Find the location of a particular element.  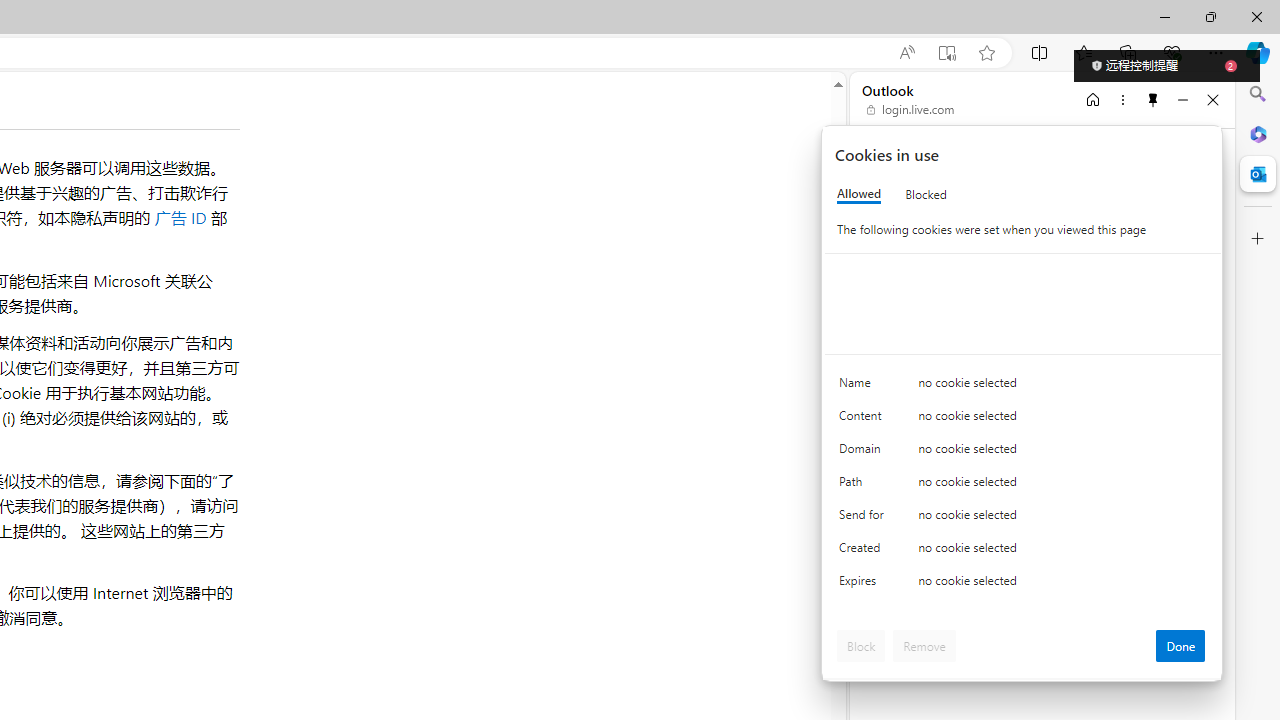

'Expires' is located at coordinates (865, 585).